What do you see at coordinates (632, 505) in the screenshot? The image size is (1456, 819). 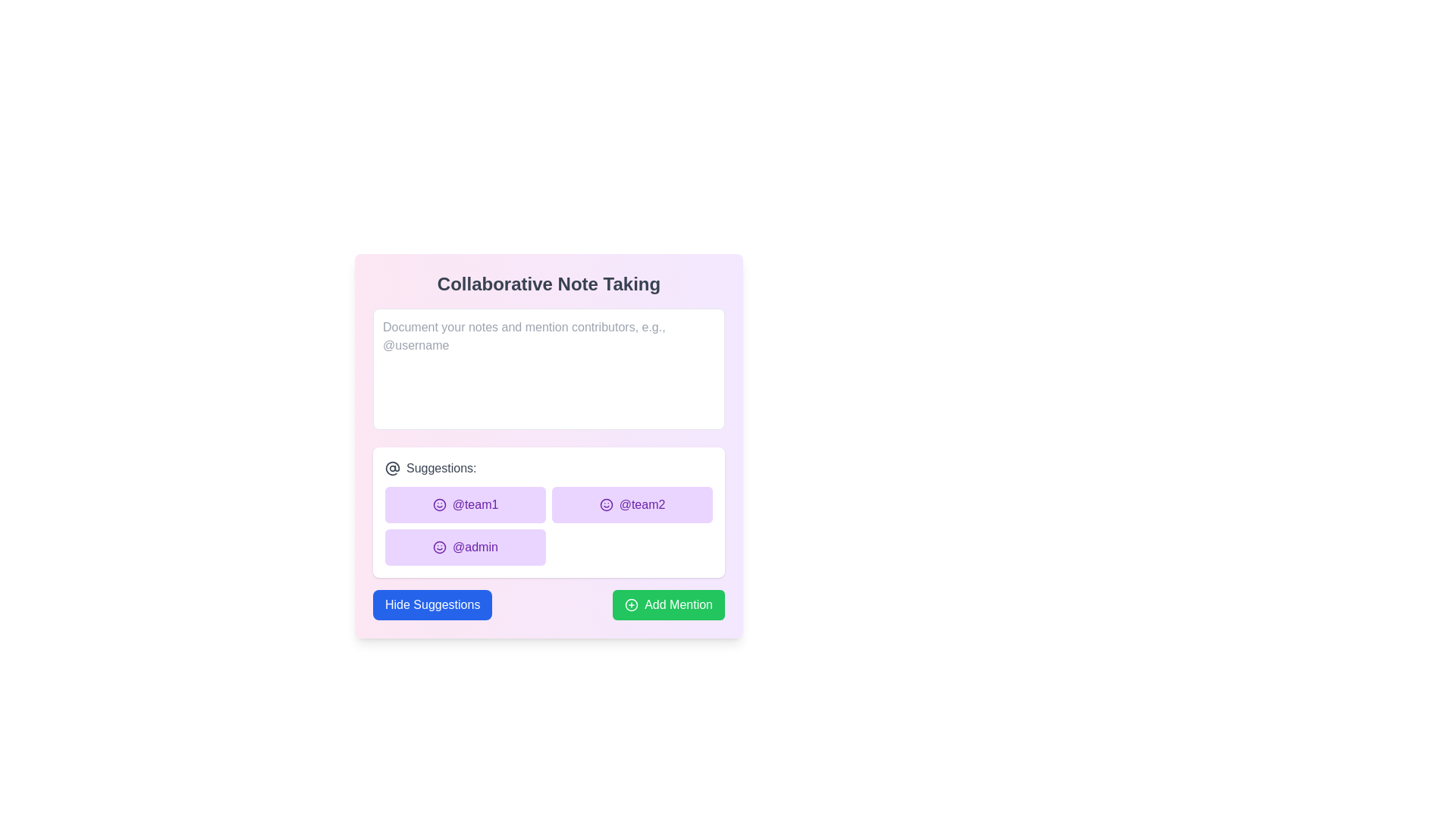 I see `the button with a purple background and rounded corners that contains the icon of a smiling face and the text '@team2', located under the 'Suggestions' section` at bounding box center [632, 505].